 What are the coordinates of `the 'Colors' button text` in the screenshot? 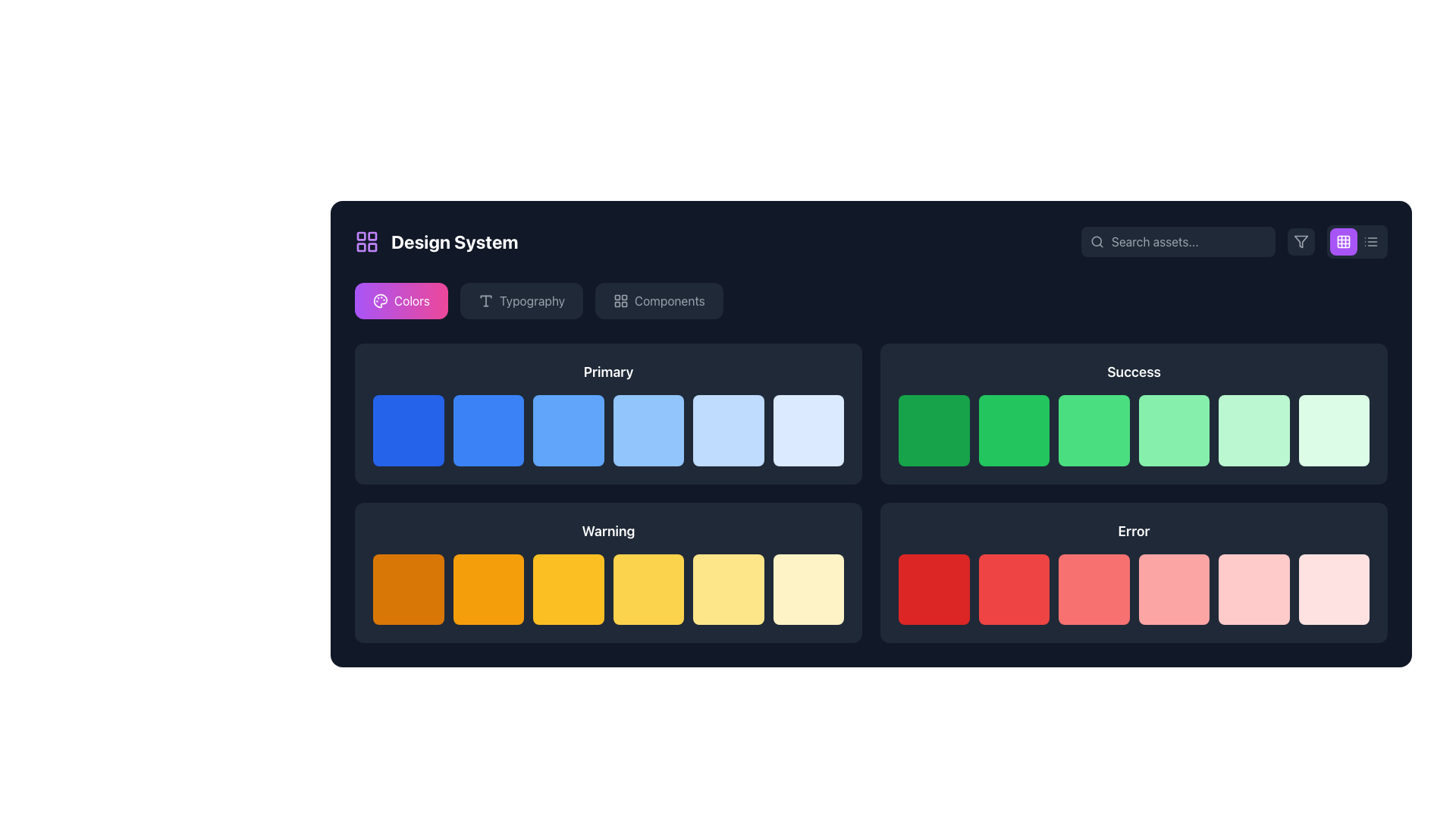 It's located at (412, 301).